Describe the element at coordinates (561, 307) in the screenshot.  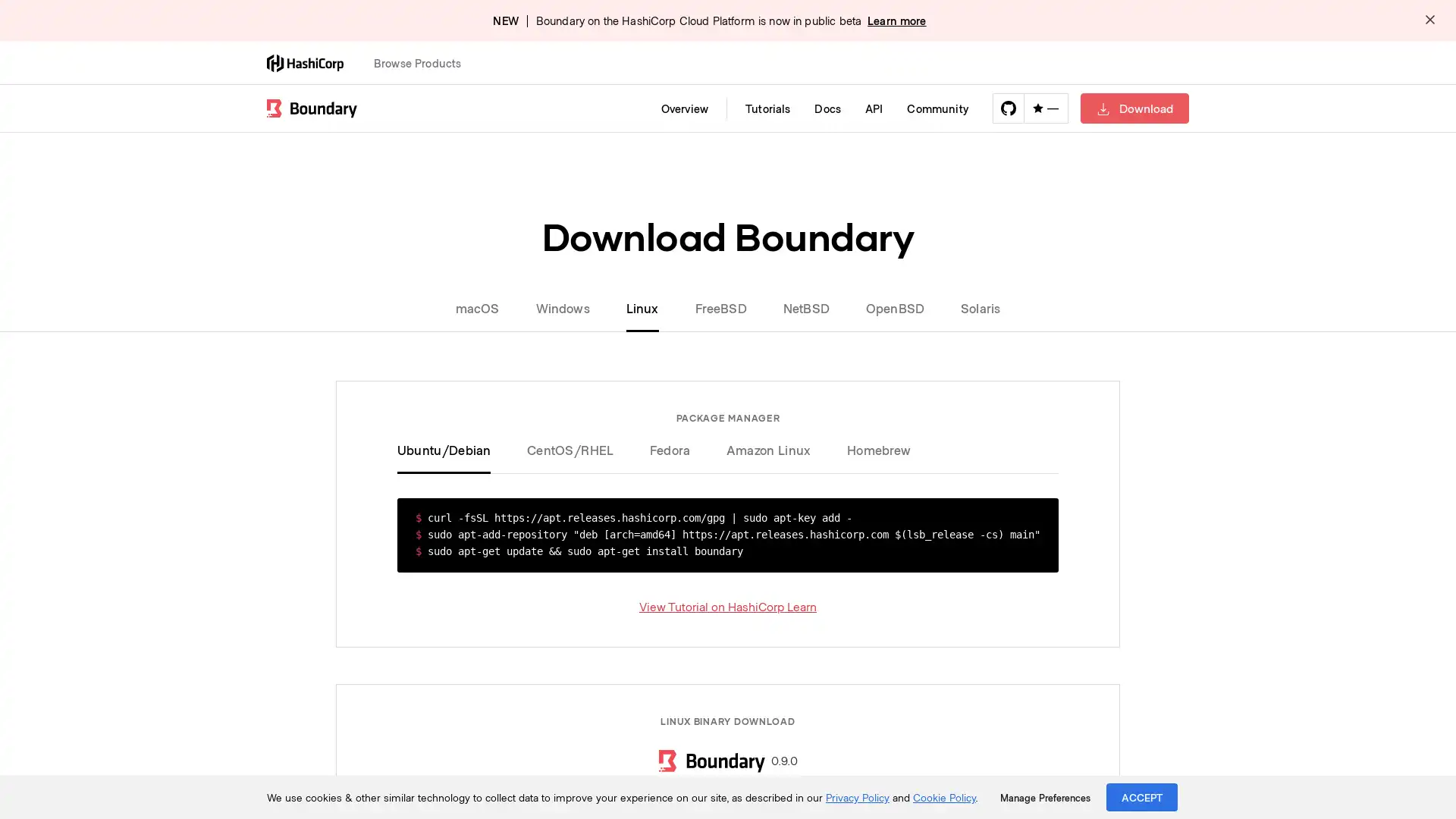
I see `Windows` at that location.